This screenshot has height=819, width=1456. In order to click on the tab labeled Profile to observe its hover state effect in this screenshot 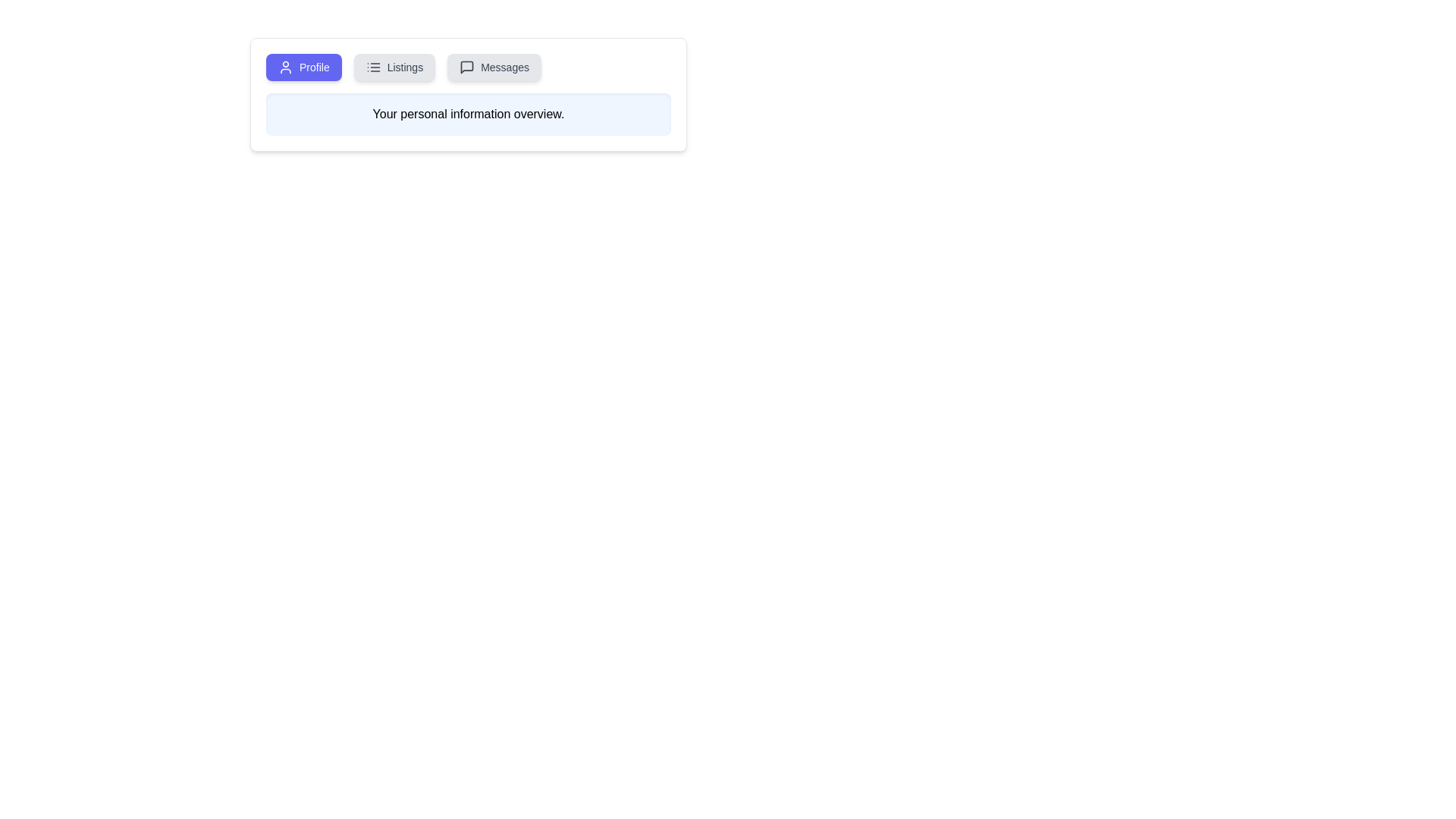, I will do `click(303, 66)`.